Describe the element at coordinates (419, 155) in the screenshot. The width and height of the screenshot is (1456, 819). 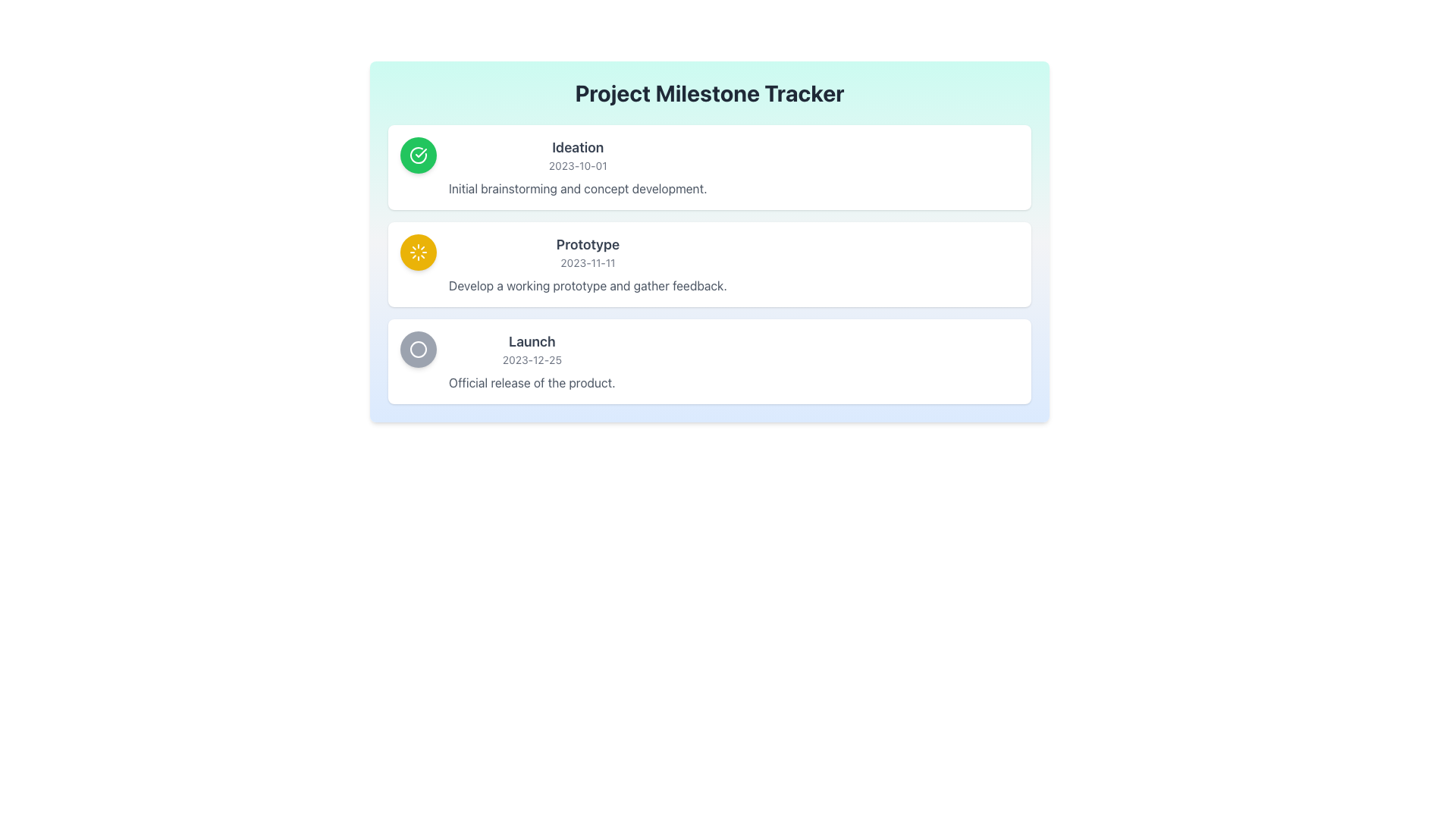
I see `the circular icon with a green background and white checkmark, located in the top-left corner of the 'Ideation' card` at that location.